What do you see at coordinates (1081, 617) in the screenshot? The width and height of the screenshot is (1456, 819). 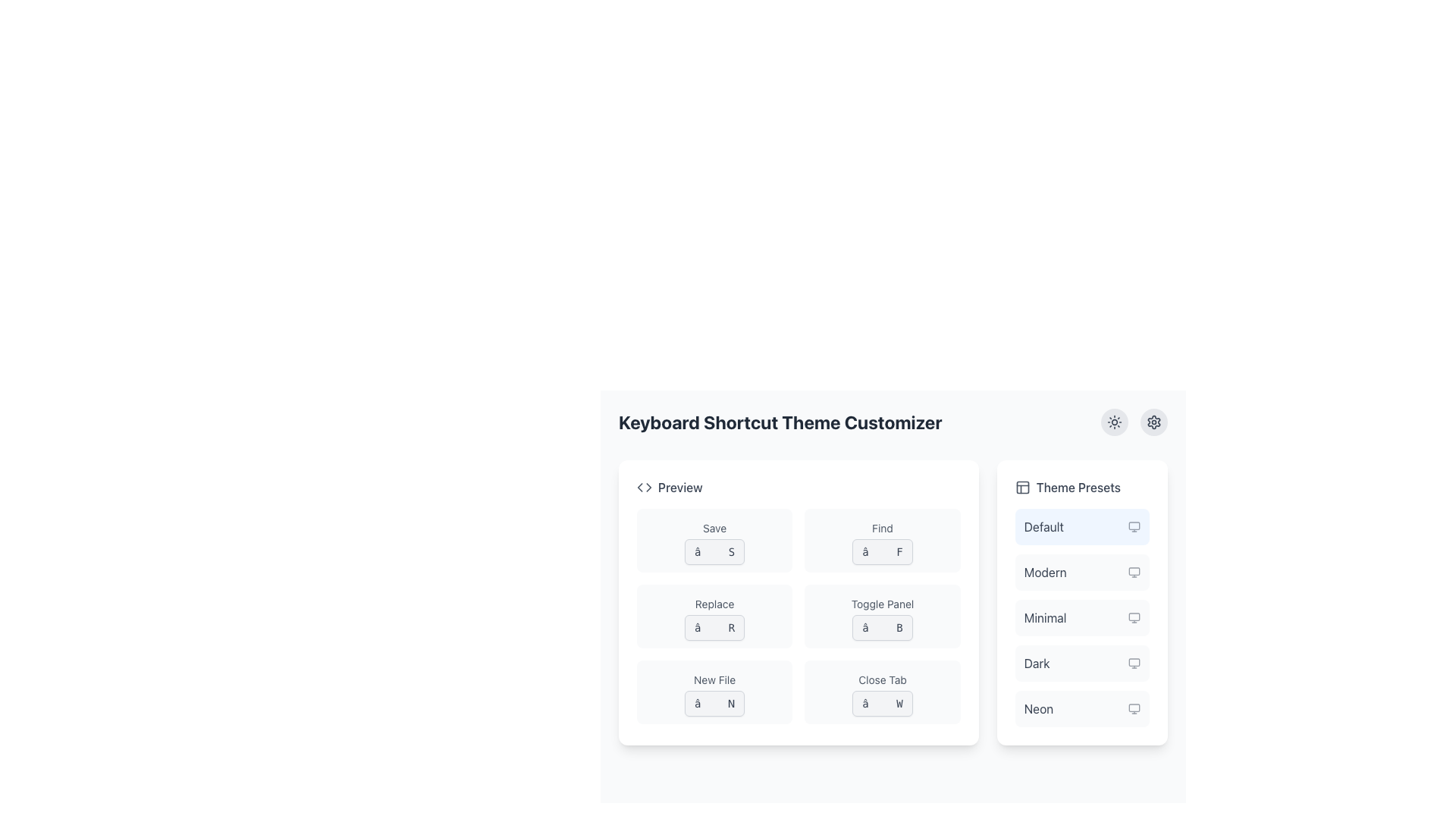 I see `the third selectable option labeled 'Minimal' in the 'Theme Presets' list` at bounding box center [1081, 617].